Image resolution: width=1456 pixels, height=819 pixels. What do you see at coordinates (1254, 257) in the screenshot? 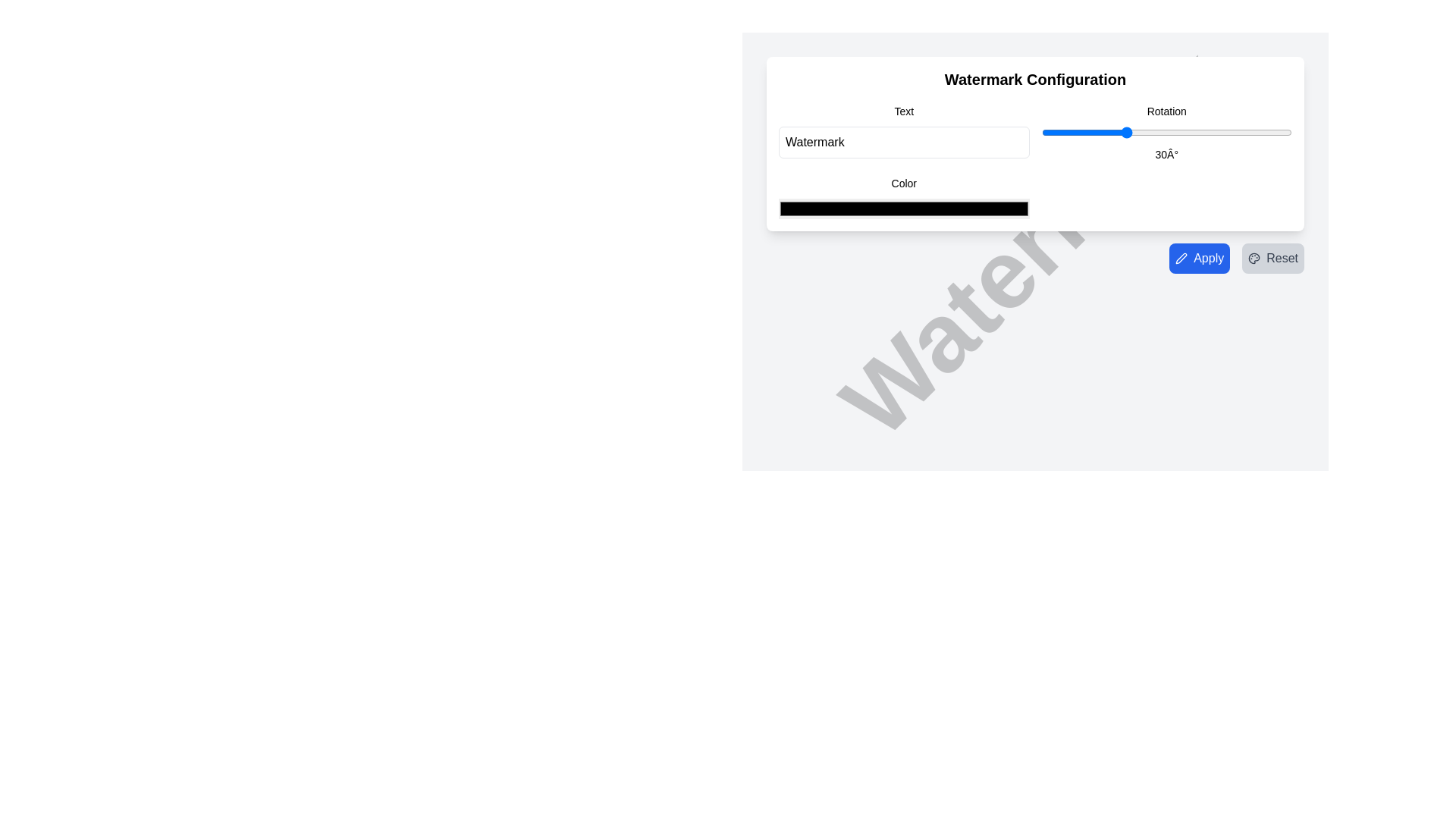
I see `the SVG graphic component that appears as a minimalistic palette icon located towards the upper-right corner of the larger SVG structure` at bounding box center [1254, 257].